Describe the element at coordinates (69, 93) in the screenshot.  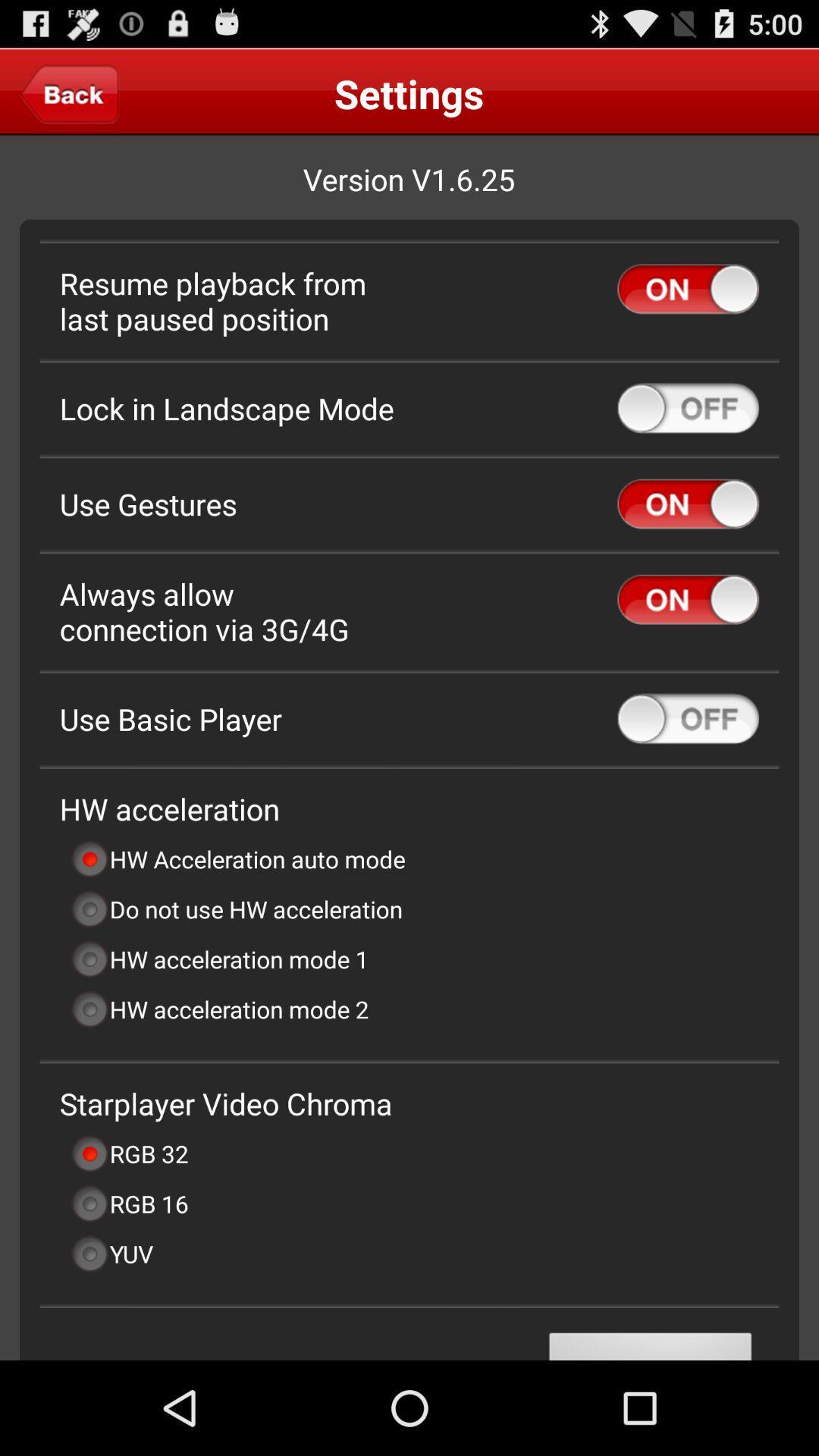
I see `previous page` at that location.